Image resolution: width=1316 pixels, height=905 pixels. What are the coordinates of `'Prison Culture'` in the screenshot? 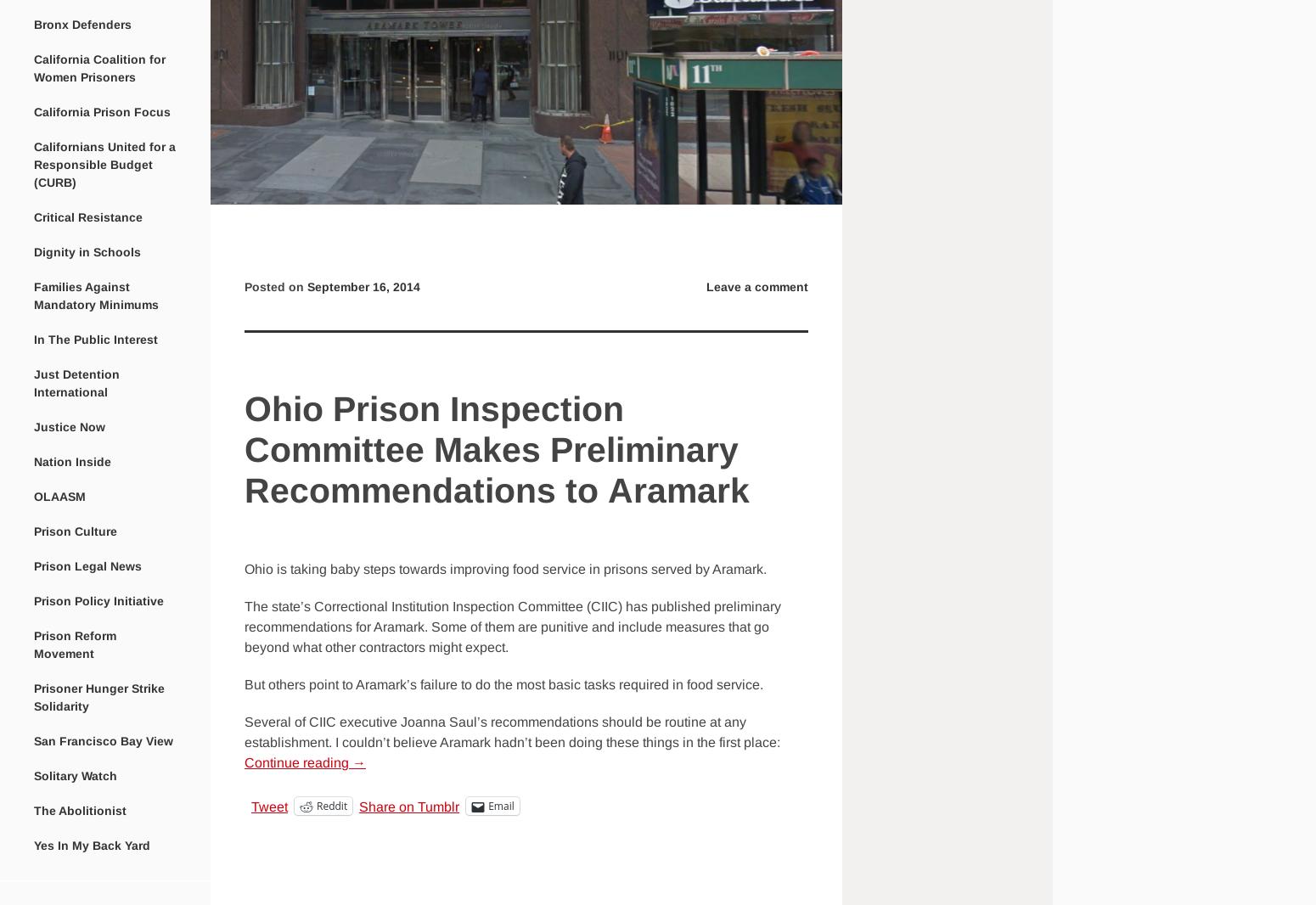 It's located at (32, 529).